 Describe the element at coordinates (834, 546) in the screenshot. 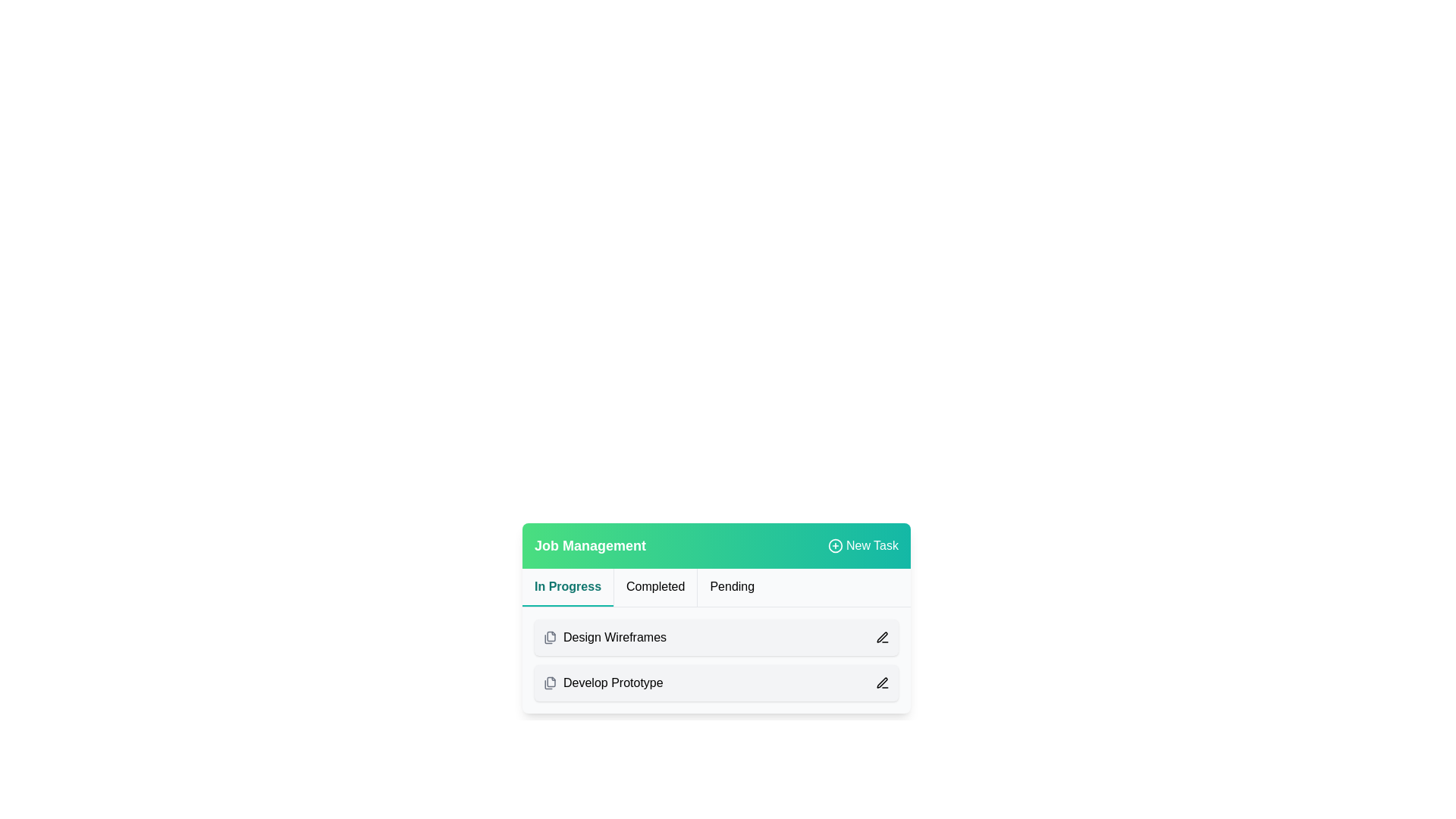

I see `the decorative Circle graphic located towards the top-right within the green rectangular header section of the 'Job Management' interface` at that location.